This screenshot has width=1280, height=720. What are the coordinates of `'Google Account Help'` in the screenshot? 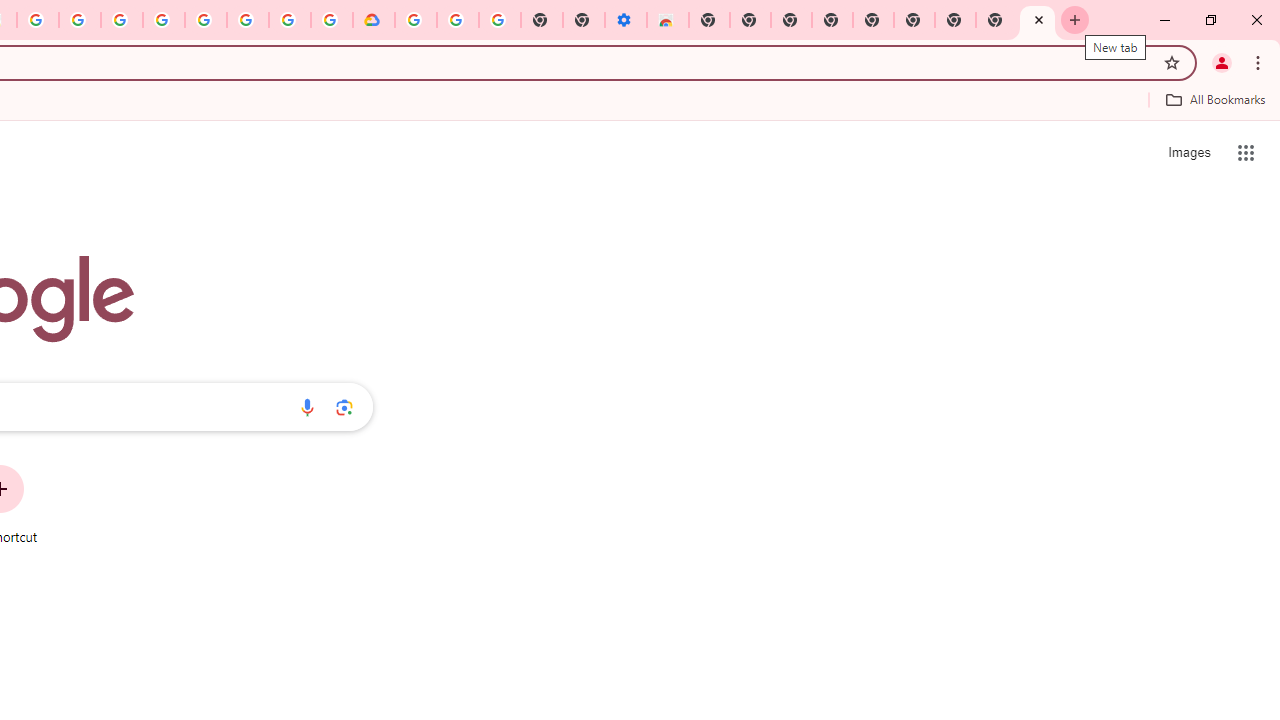 It's located at (206, 20).